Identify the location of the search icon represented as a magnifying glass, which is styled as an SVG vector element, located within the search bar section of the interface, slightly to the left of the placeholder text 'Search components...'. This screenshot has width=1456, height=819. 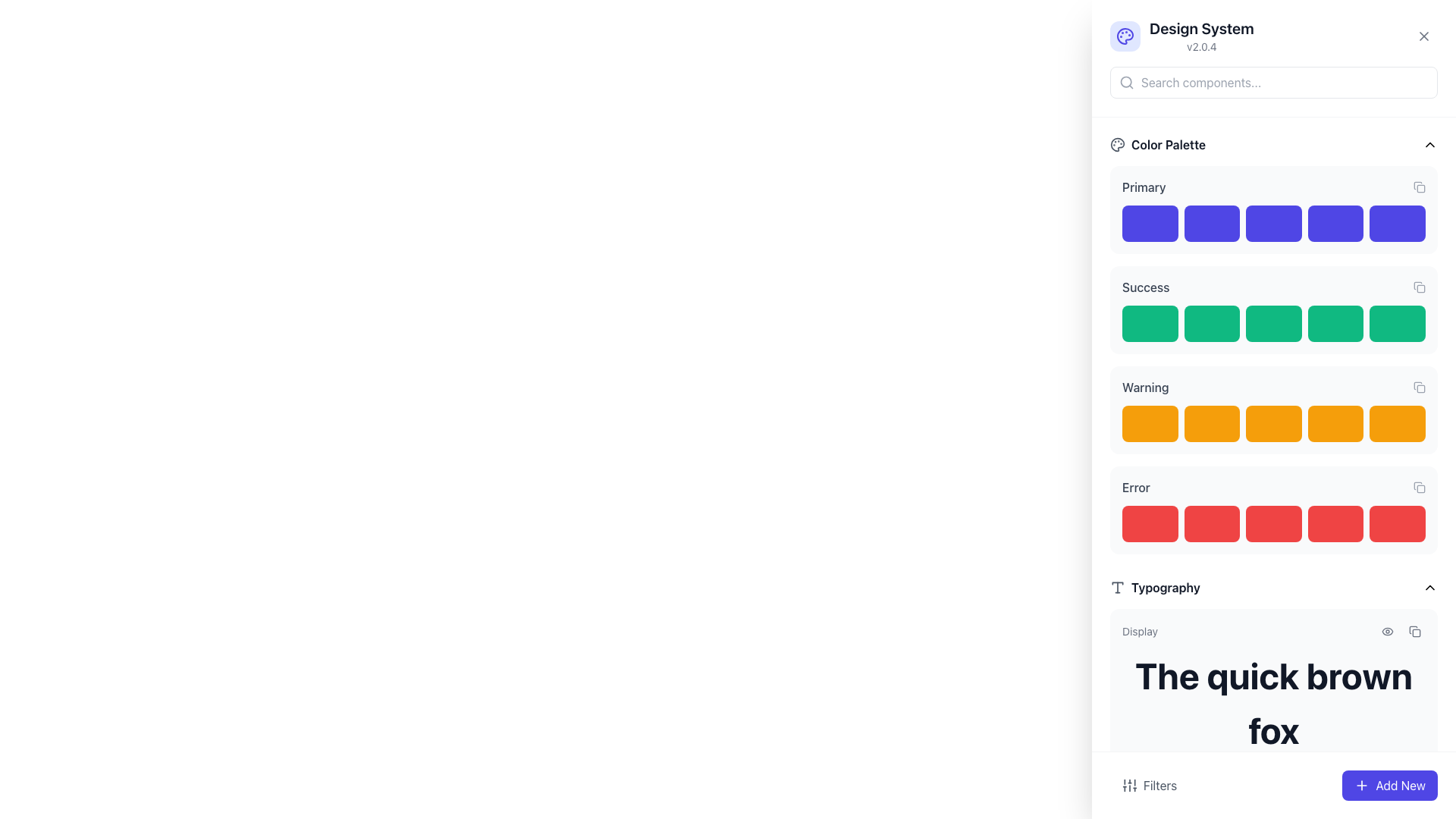
(1127, 82).